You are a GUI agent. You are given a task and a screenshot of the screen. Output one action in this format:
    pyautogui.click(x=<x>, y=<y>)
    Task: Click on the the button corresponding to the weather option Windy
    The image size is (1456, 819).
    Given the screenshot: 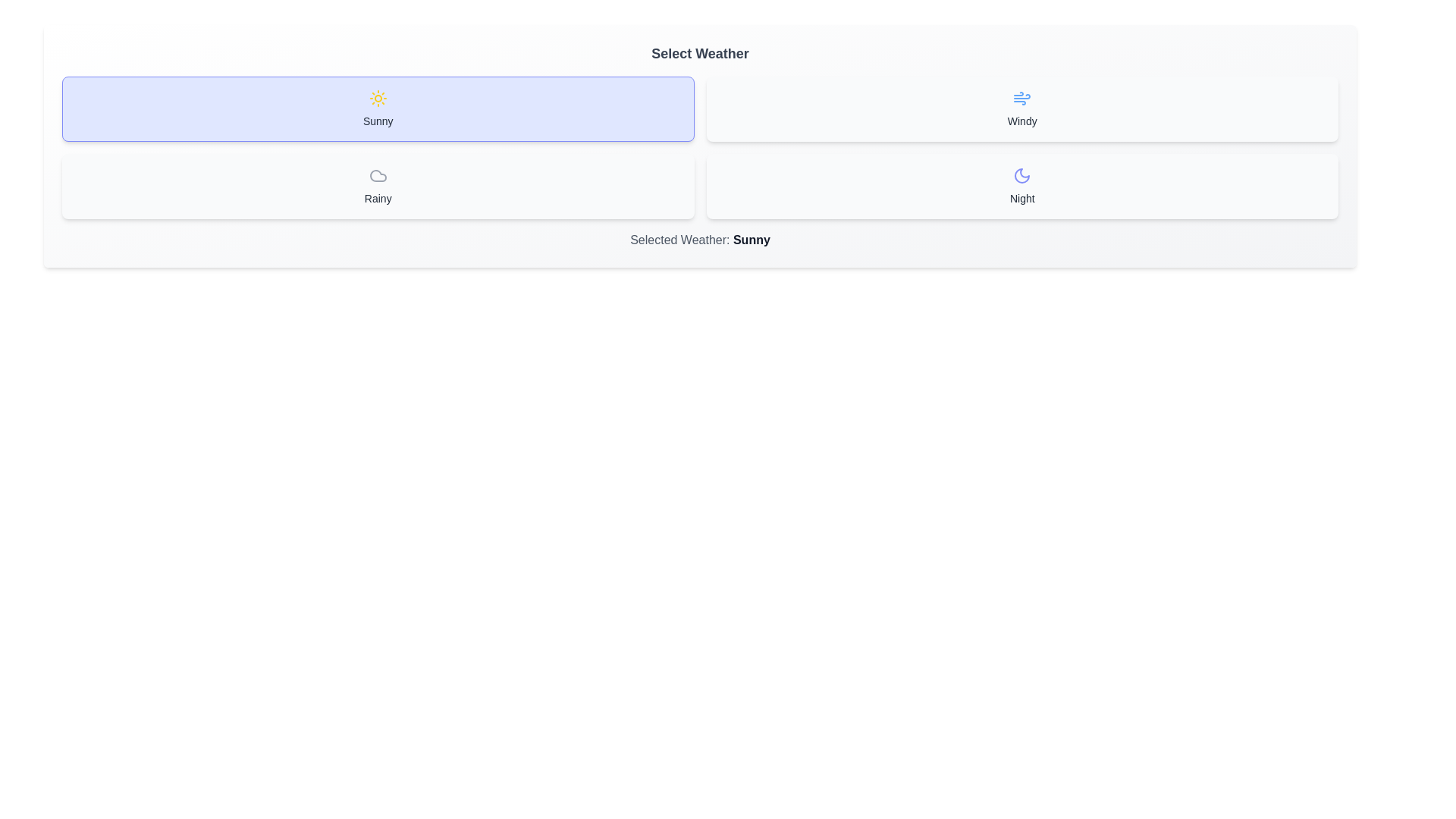 What is the action you would take?
    pyautogui.click(x=1022, y=108)
    